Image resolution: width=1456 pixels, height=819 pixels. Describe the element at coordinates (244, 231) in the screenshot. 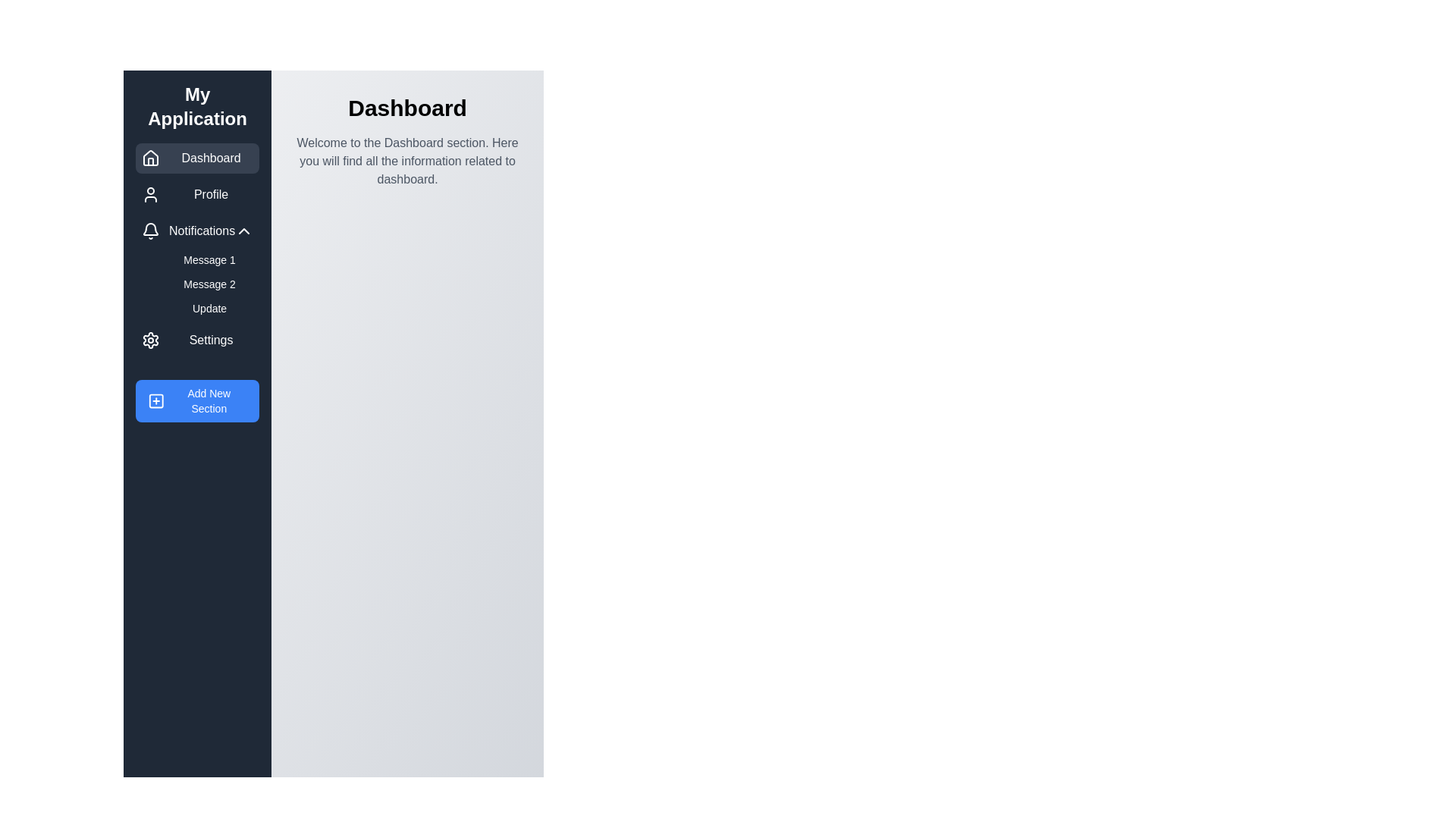

I see `the upward-pointing chevron-shaped icon next to the 'Notifications' text to potentially display a tooltip` at that location.